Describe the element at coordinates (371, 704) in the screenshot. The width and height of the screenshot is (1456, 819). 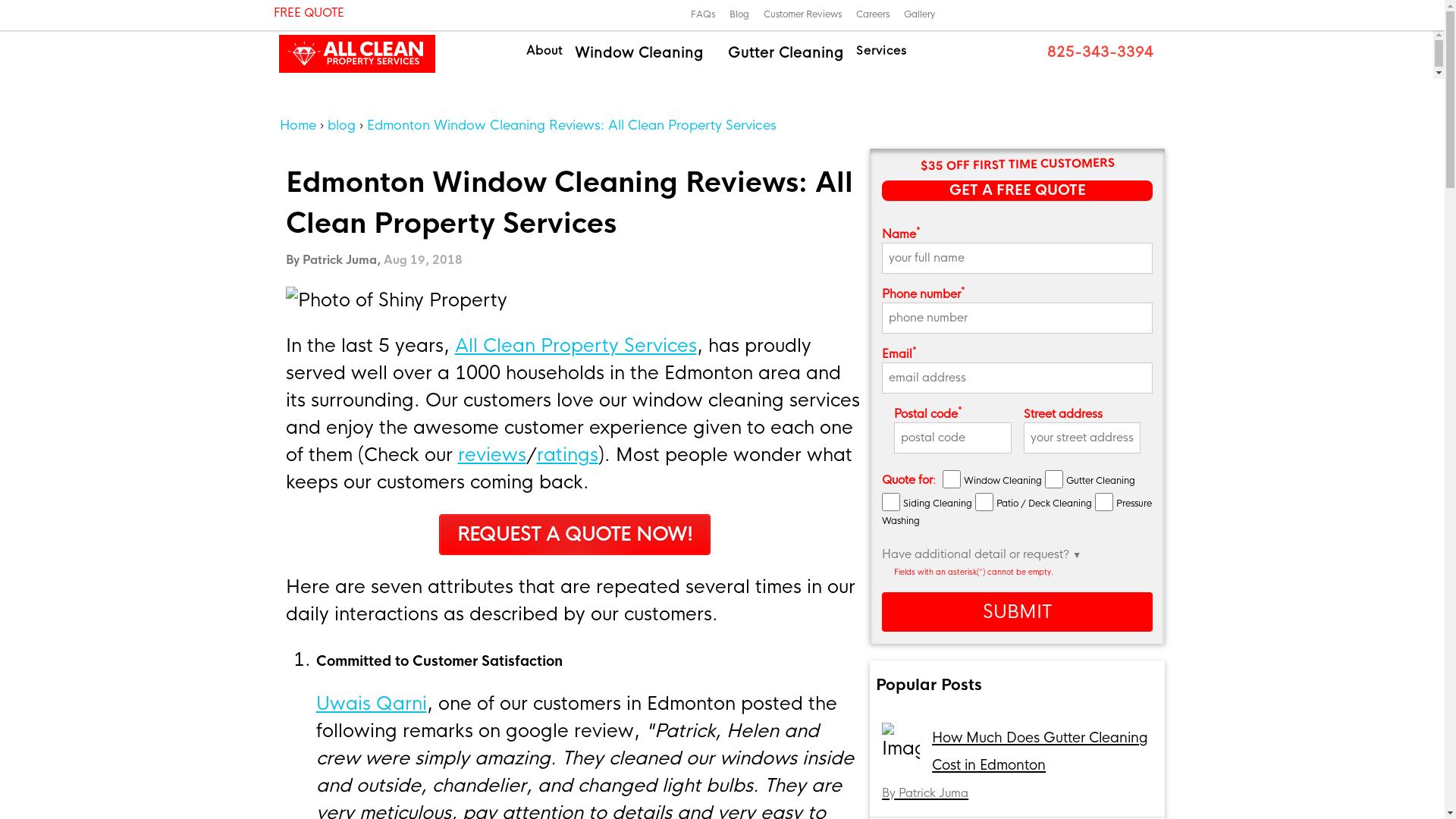
I see `'Uwais Qarni'` at that location.